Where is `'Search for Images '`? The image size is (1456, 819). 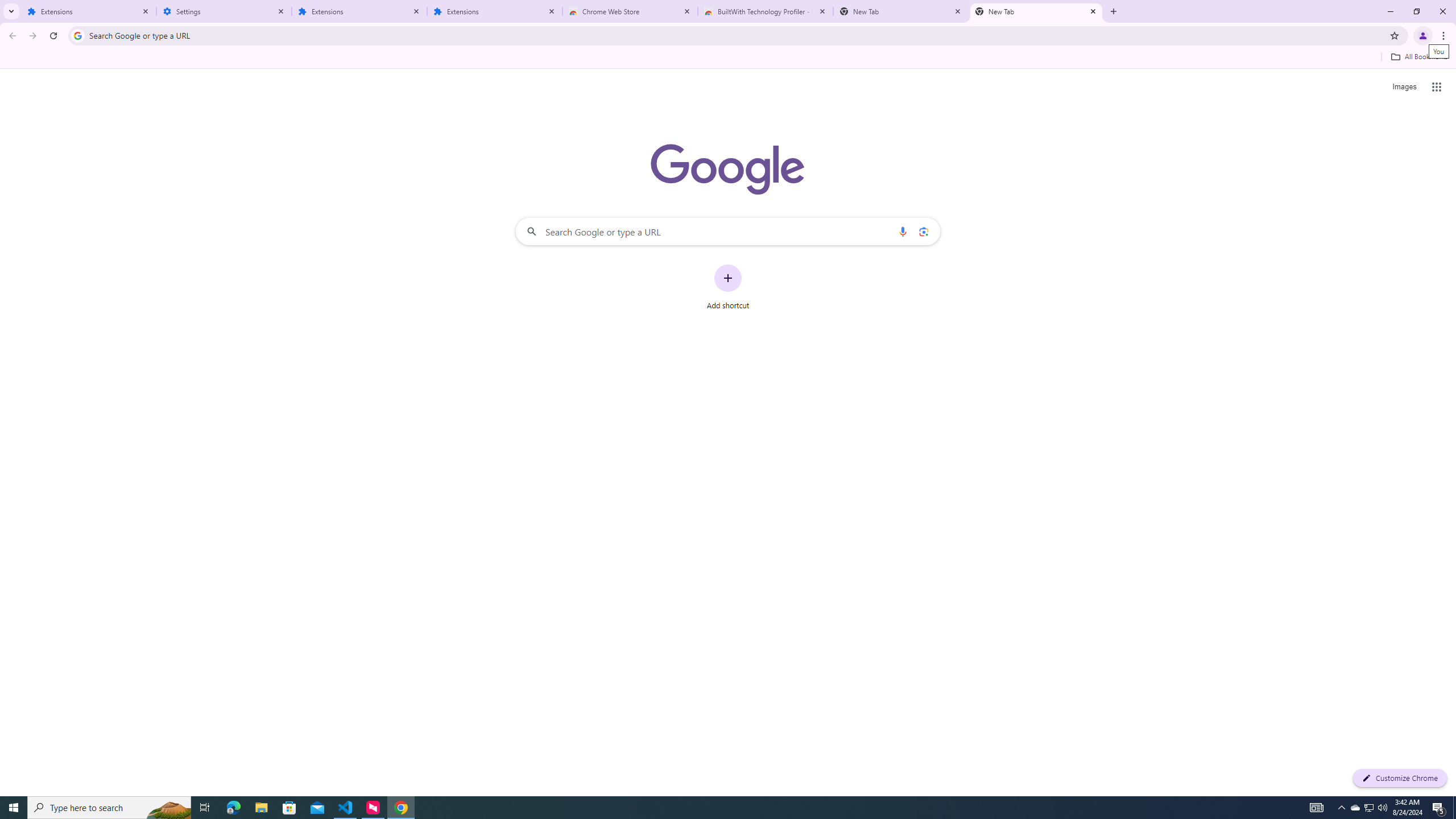
'Search for Images ' is located at coordinates (1404, 87).